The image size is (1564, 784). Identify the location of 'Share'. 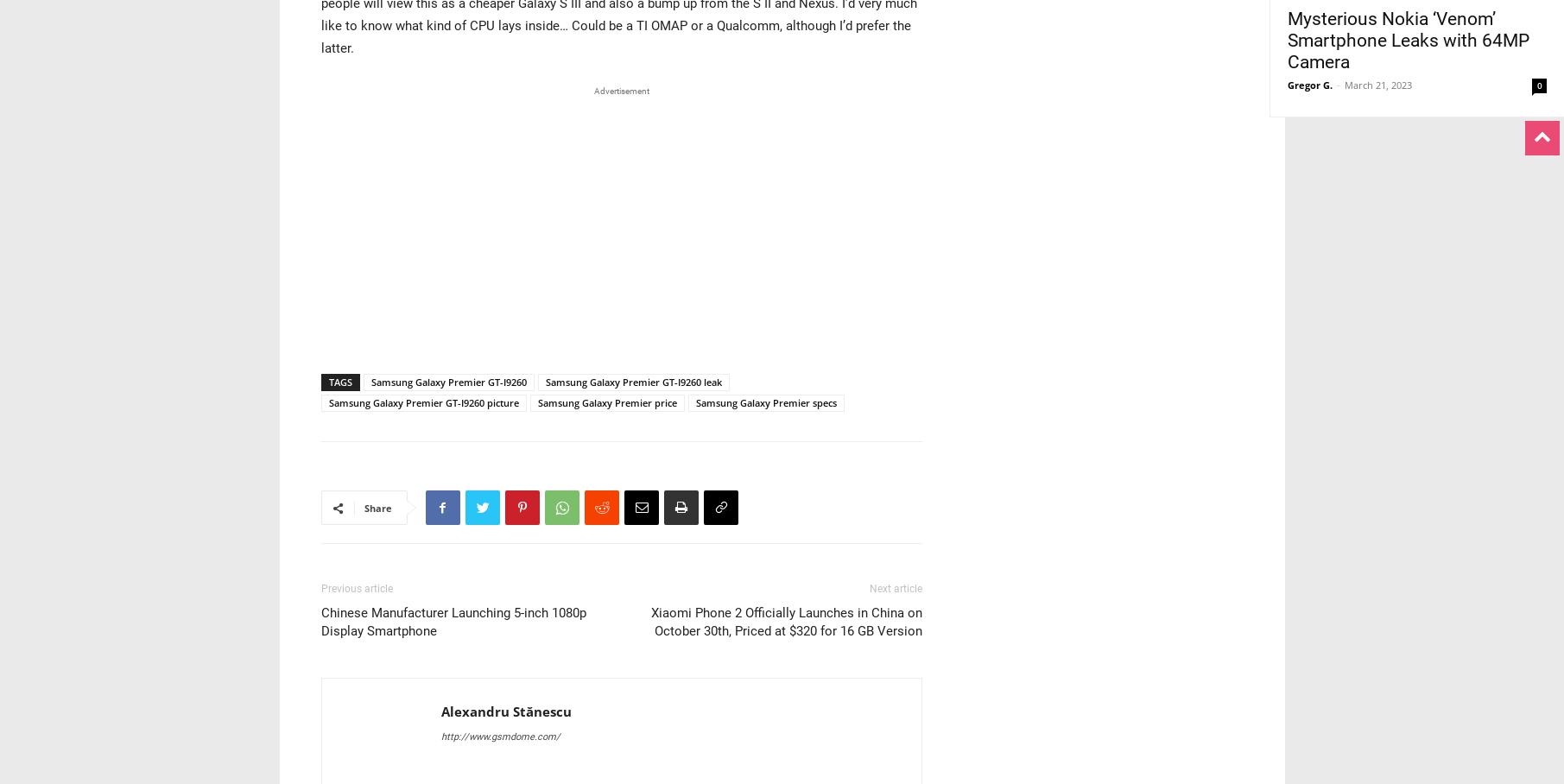
(377, 508).